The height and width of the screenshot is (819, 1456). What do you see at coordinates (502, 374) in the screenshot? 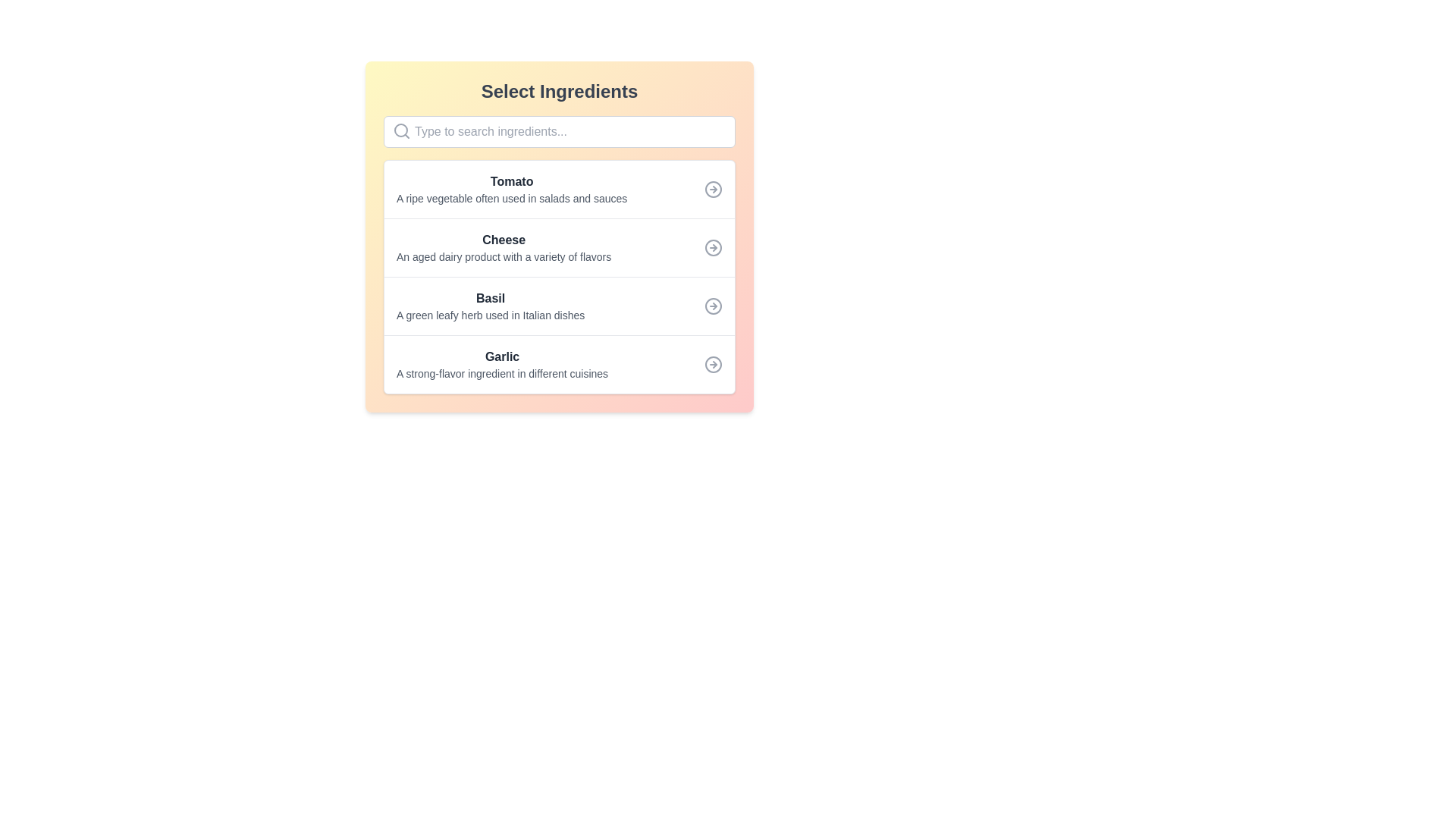
I see `the descriptive text label that reads 'A strong-flavor ingredient in different cuisines,' which is styled in a smaller grey font and positioned below the bold title 'Garlic.'` at bounding box center [502, 374].